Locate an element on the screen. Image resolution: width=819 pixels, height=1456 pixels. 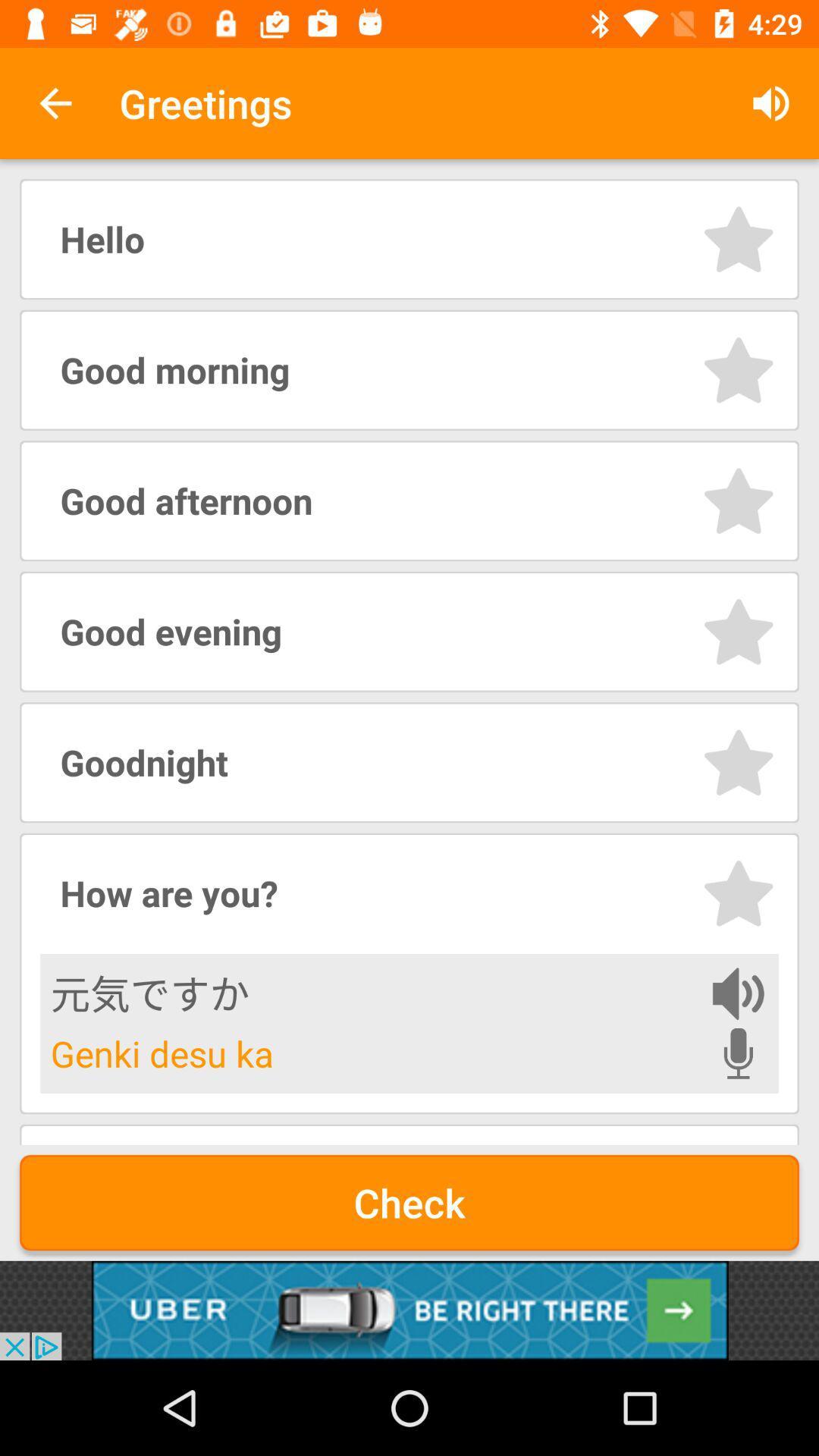
like item is located at coordinates (738, 238).